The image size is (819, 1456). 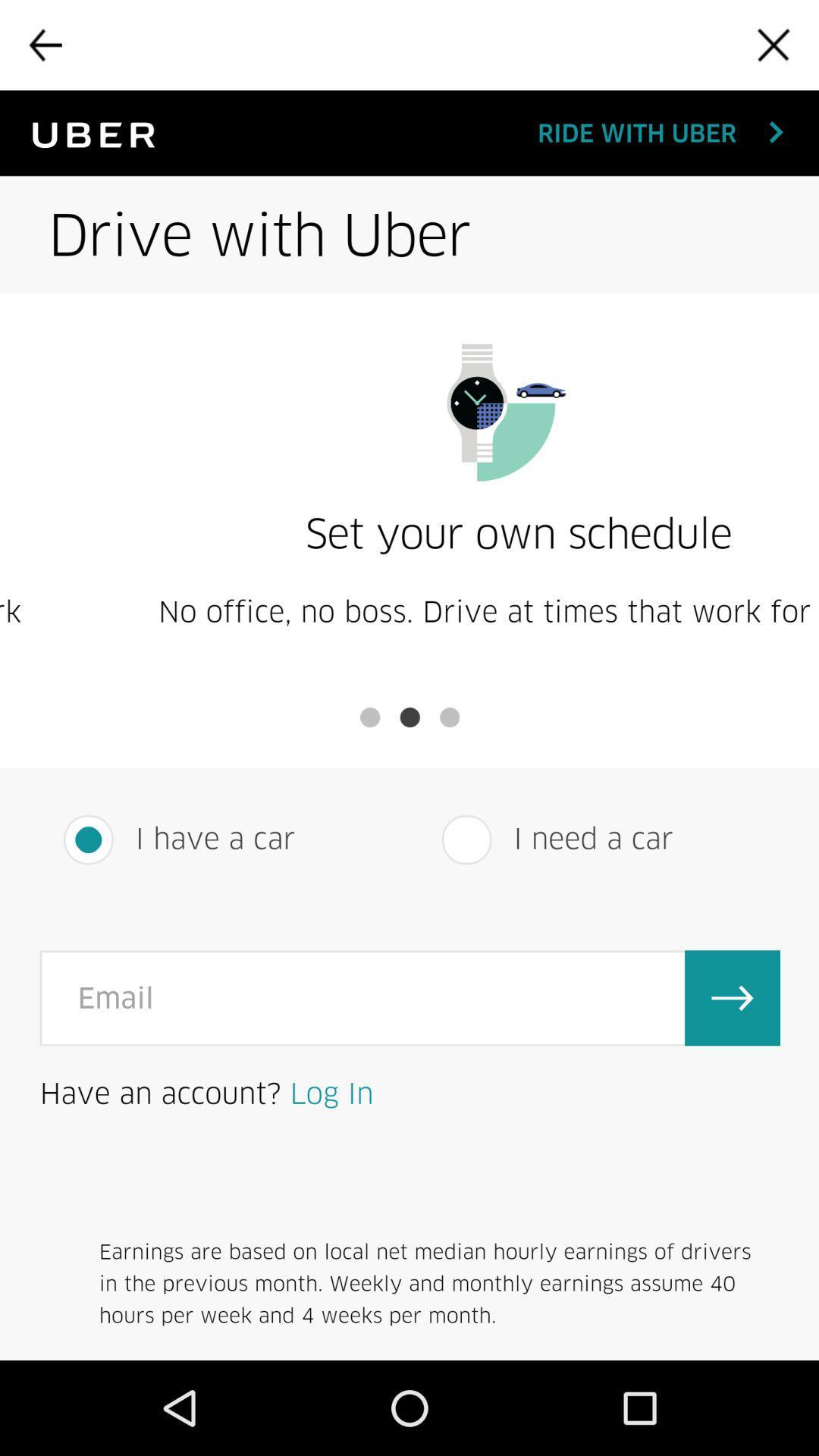 I want to click on the close icon, so click(x=773, y=48).